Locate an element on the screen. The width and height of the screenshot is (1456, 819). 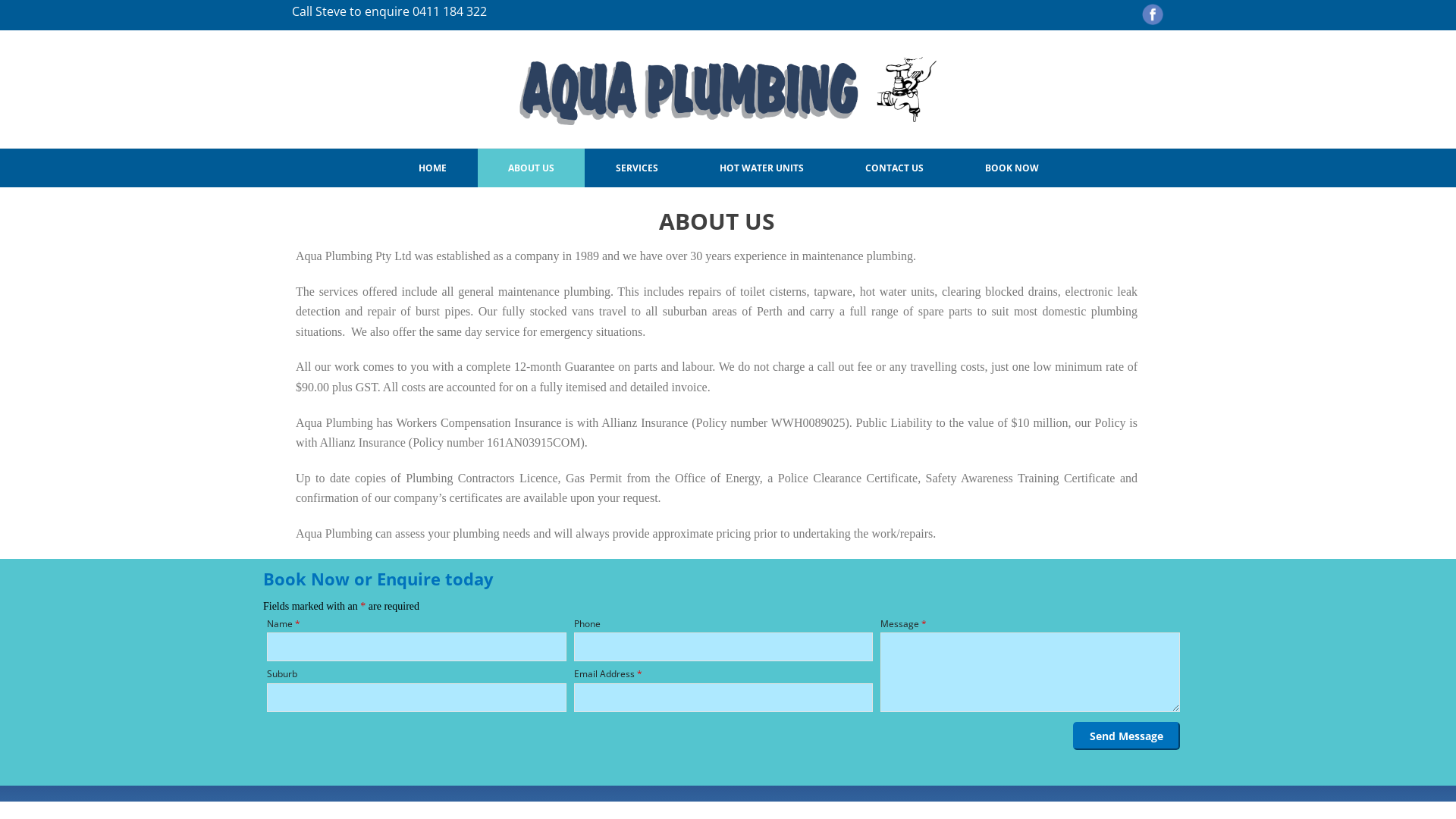
'Aqua Plumbing' is located at coordinates (726, 90).